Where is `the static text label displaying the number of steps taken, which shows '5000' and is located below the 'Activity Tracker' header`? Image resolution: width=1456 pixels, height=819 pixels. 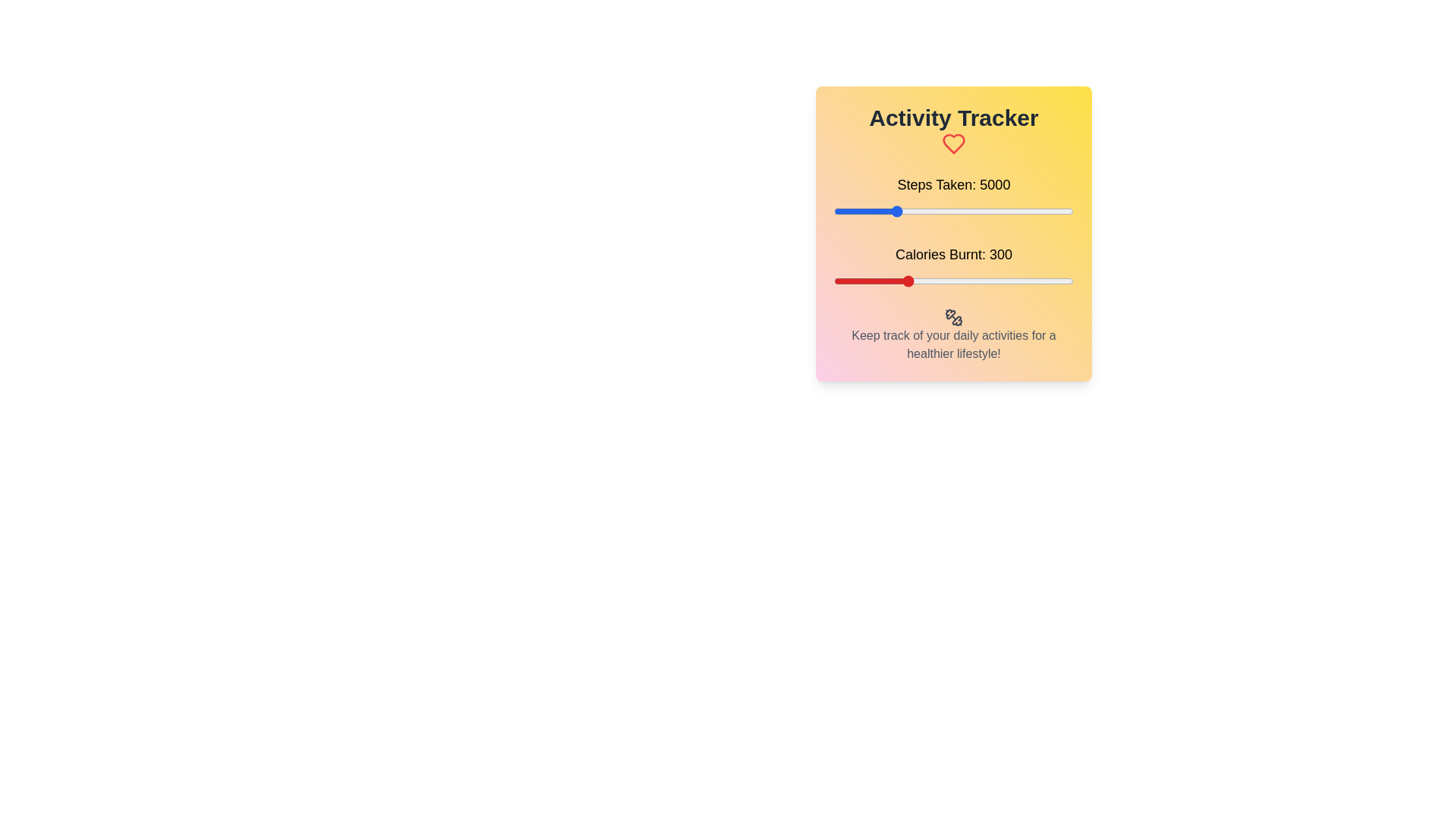 the static text label displaying the number of steps taken, which shows '5000' and is located below the 'Activity Tracker' header is located at coordinates (952, 184).